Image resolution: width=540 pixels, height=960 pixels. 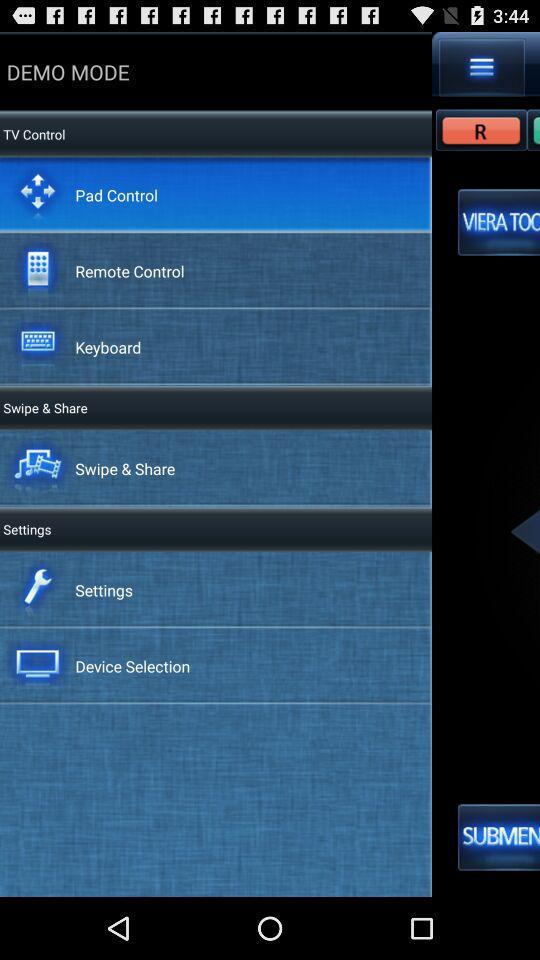 I want to click on the item next to the remote control icon, so click(x=498, y=222).